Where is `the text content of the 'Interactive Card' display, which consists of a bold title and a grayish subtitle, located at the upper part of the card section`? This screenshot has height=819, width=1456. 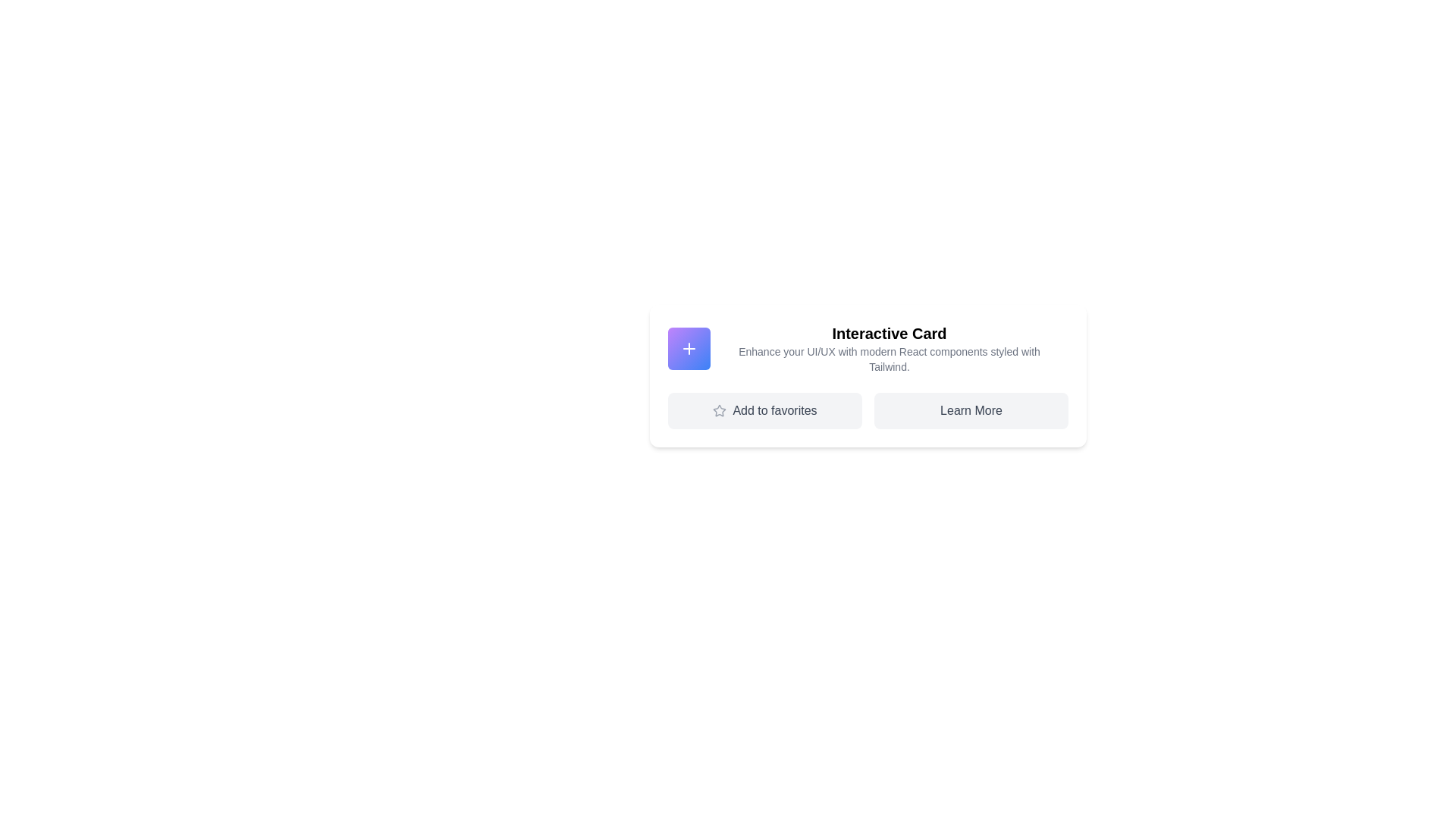 the text content of the 'Interactive Card' display, which consists of a bold title and a grayish subtitle, located at the upper part of the card section is located at coordinates (889, 348).